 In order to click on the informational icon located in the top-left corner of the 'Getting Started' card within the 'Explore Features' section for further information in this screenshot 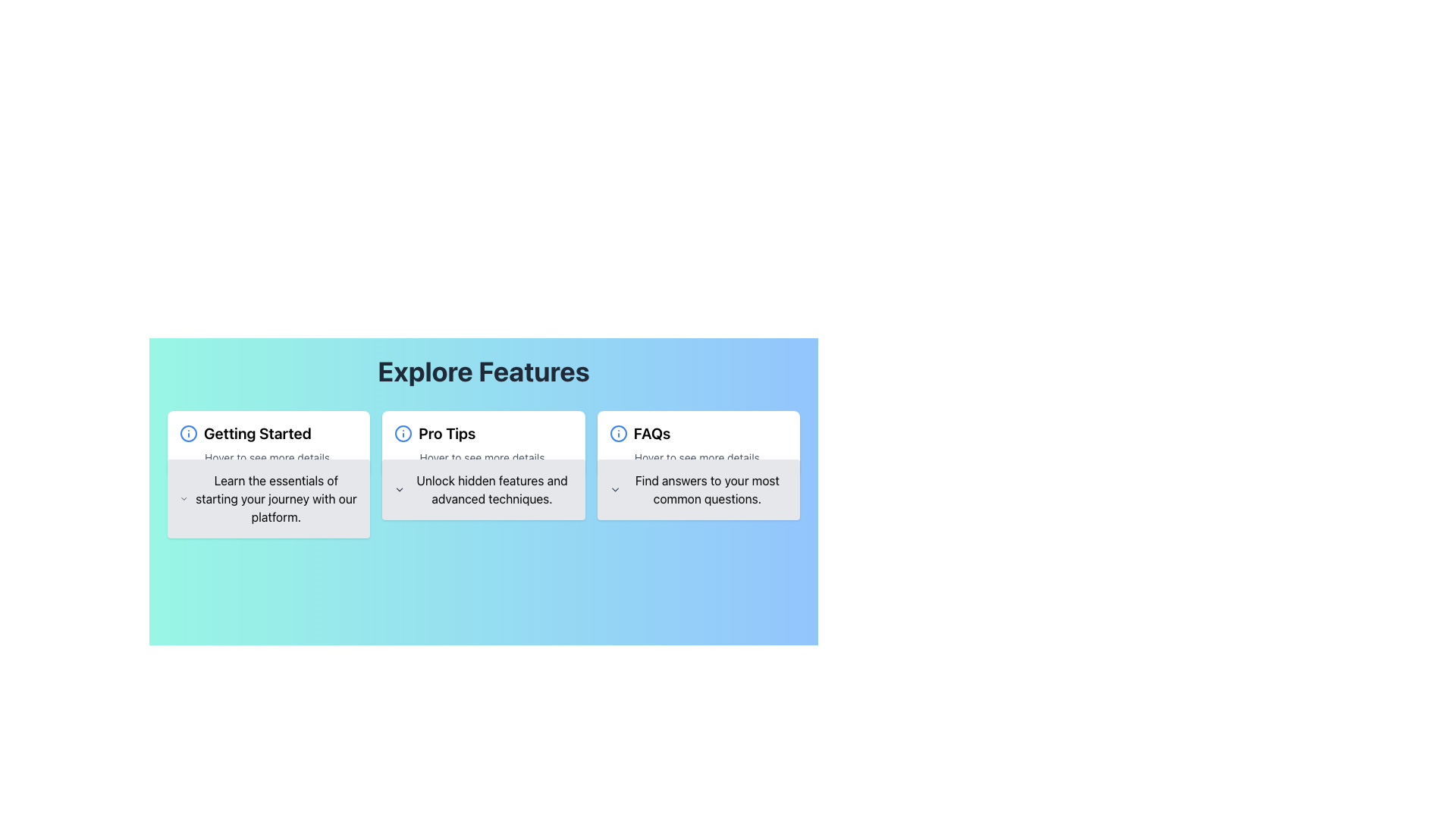, I will do `click(188, 433)`.